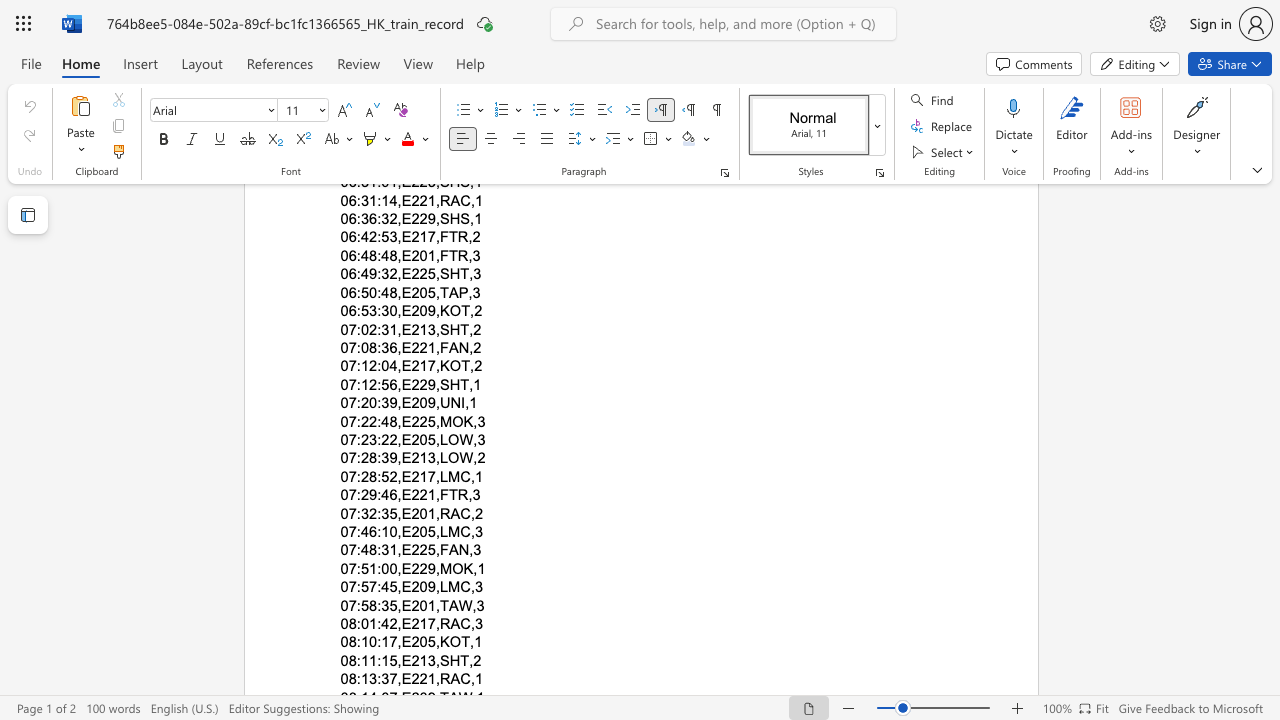 The width and height of the screenshot is (1280, 720). I want to click on the space between the continuous character ":" and "0" in the text, so click(382, 568).